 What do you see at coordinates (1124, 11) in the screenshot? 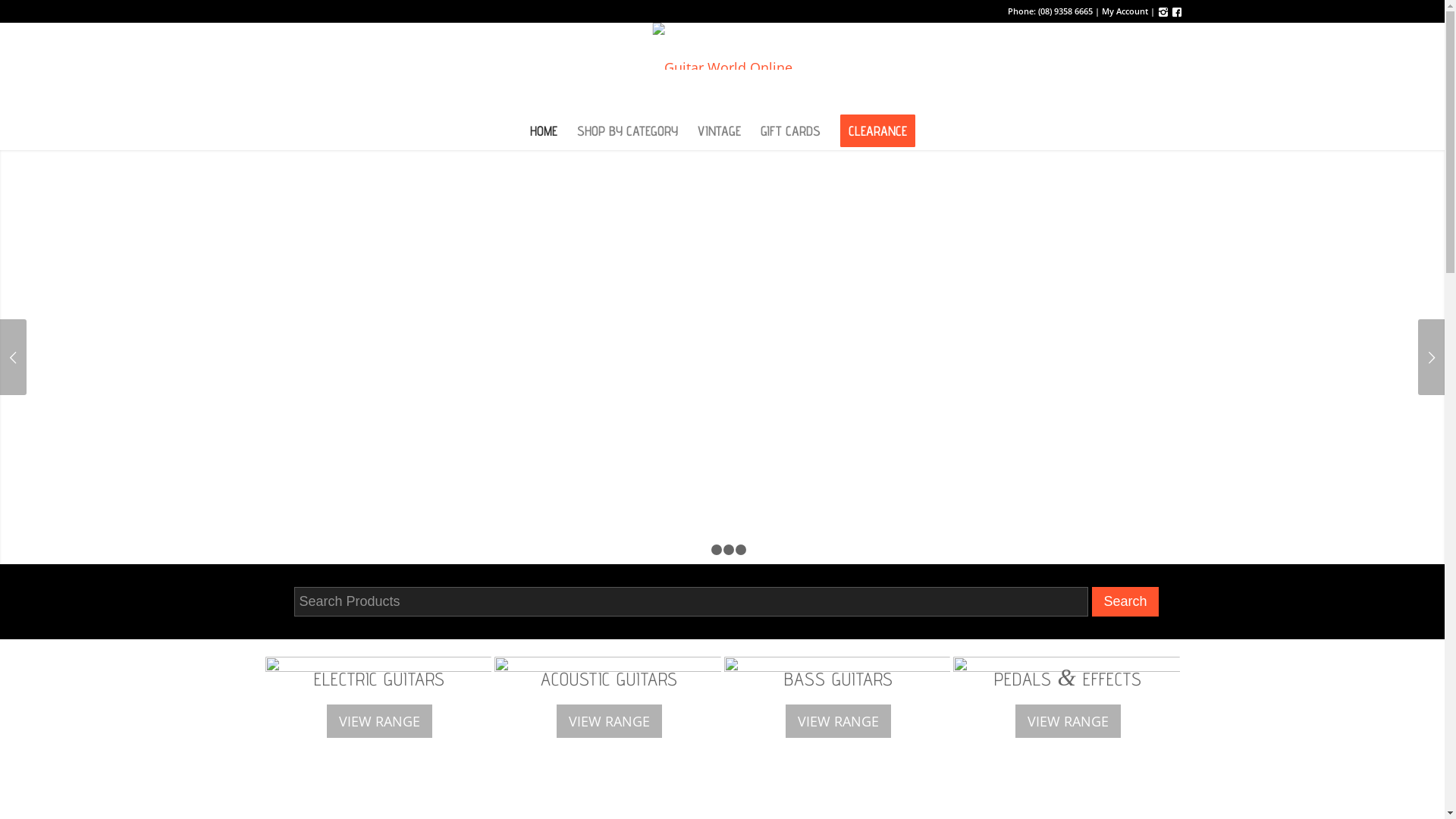
I see `'My Account'` at bounding box center [1124, 11].